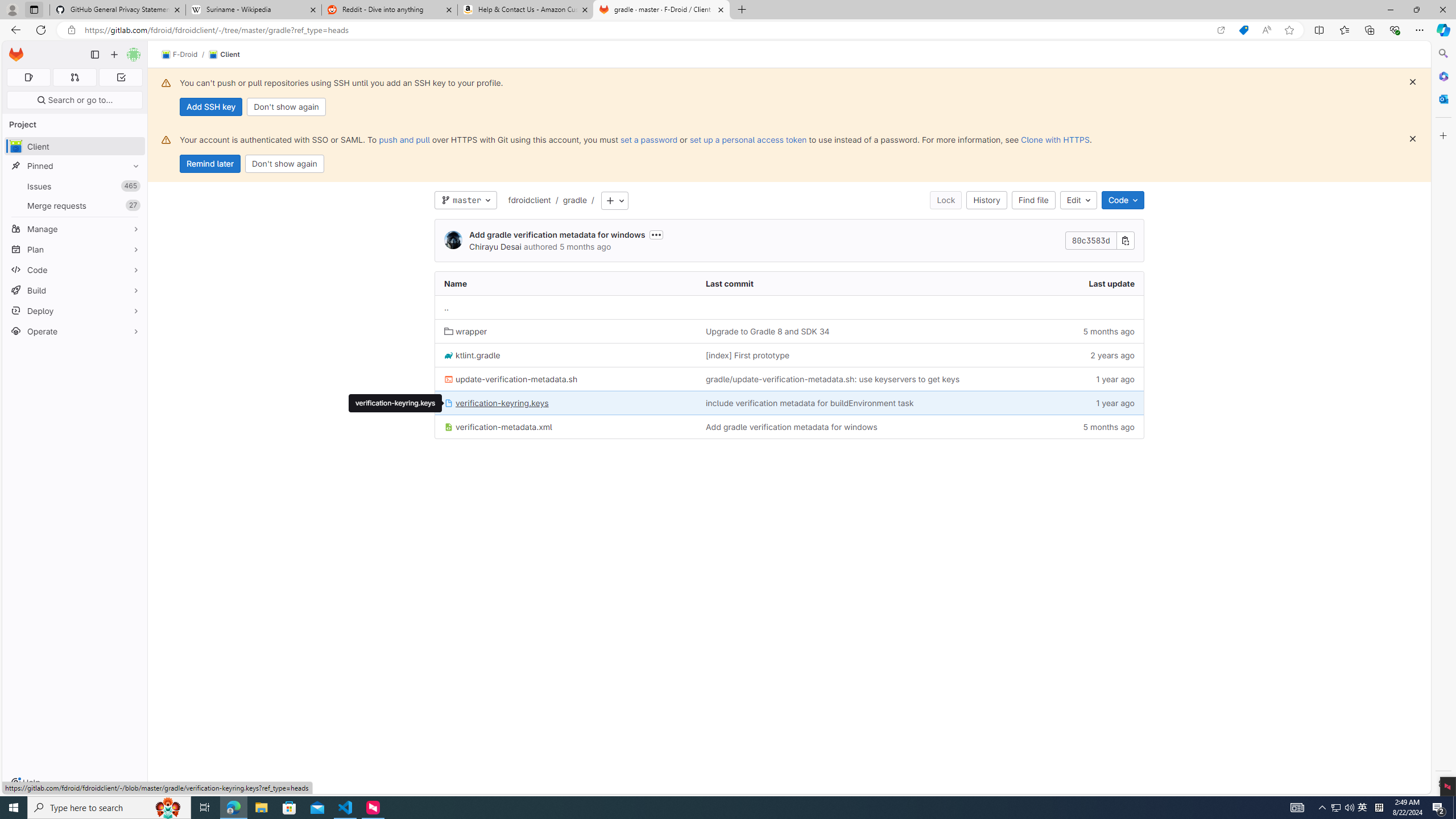 This screenshot has height=819, width=1456. I want to click on 'To-Do list 0', so click(120, 77).